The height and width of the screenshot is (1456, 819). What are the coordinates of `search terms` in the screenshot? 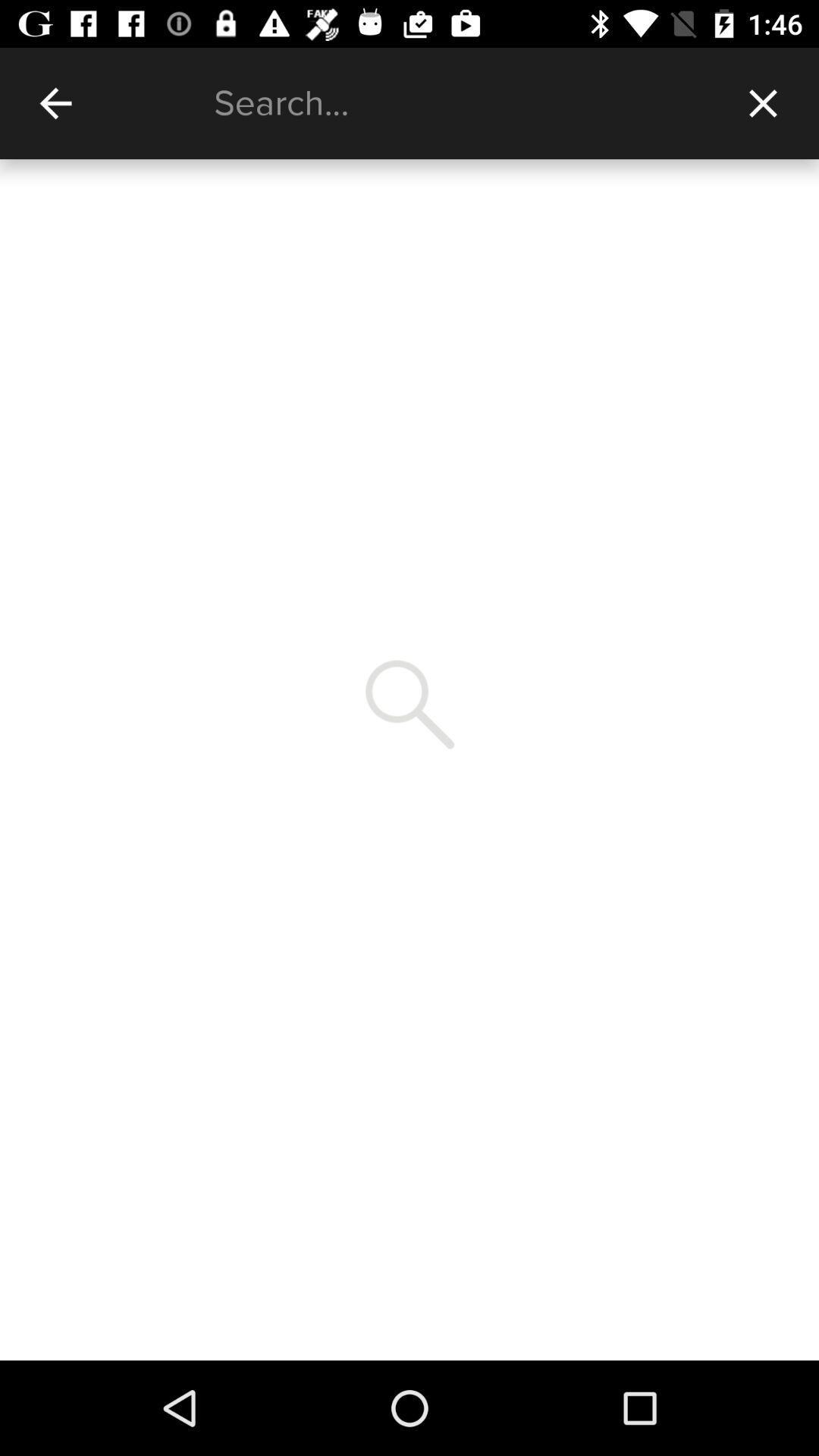 It's located at (460, 102).